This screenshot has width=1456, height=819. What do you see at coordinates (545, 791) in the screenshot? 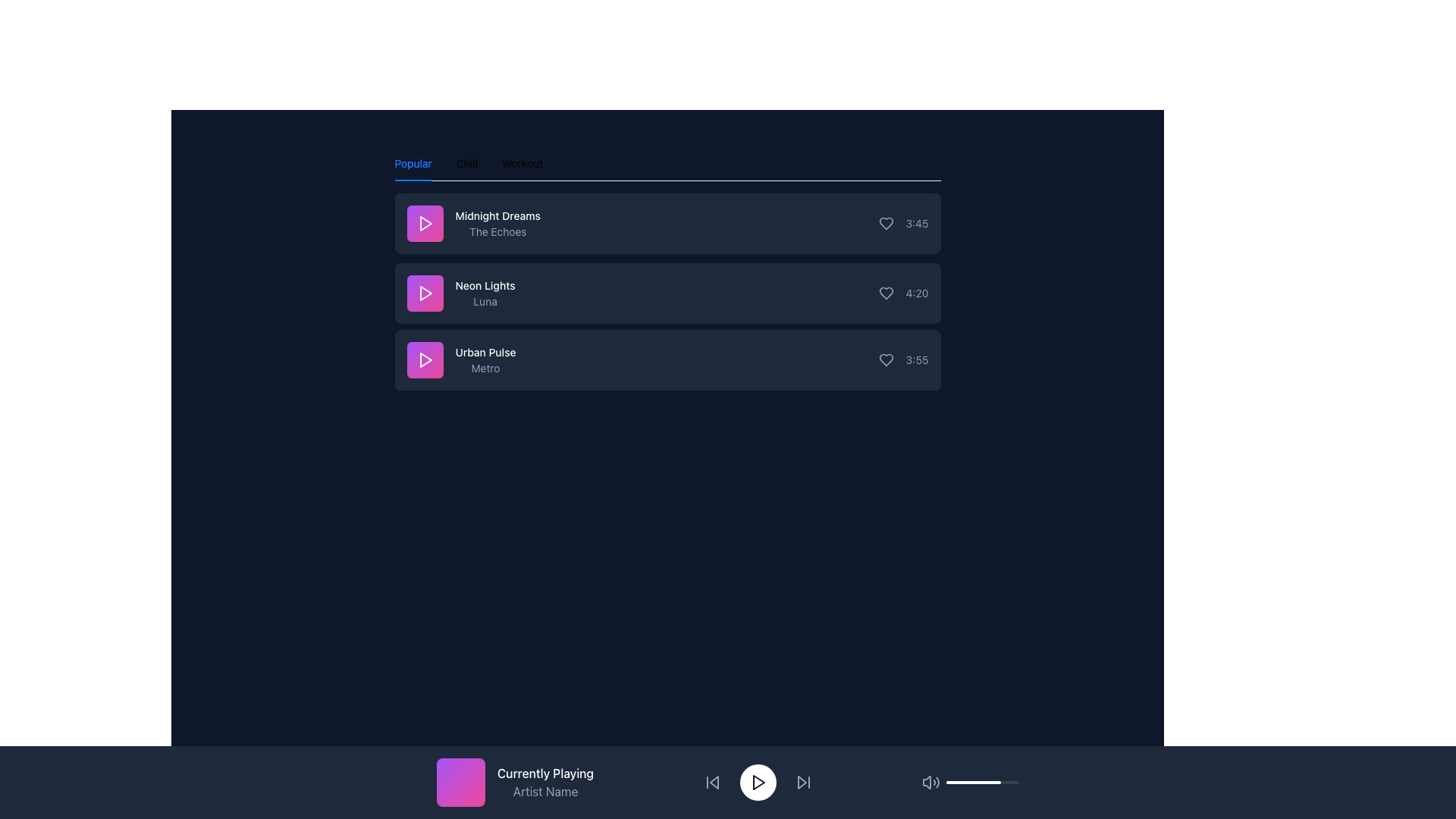
I see `the 'Artist Name' text label, which is displayed in slate-gray color and positioned below the 'Currently Playing' label in the bottom-left corner of the interface` at bounding box center [545, 791].